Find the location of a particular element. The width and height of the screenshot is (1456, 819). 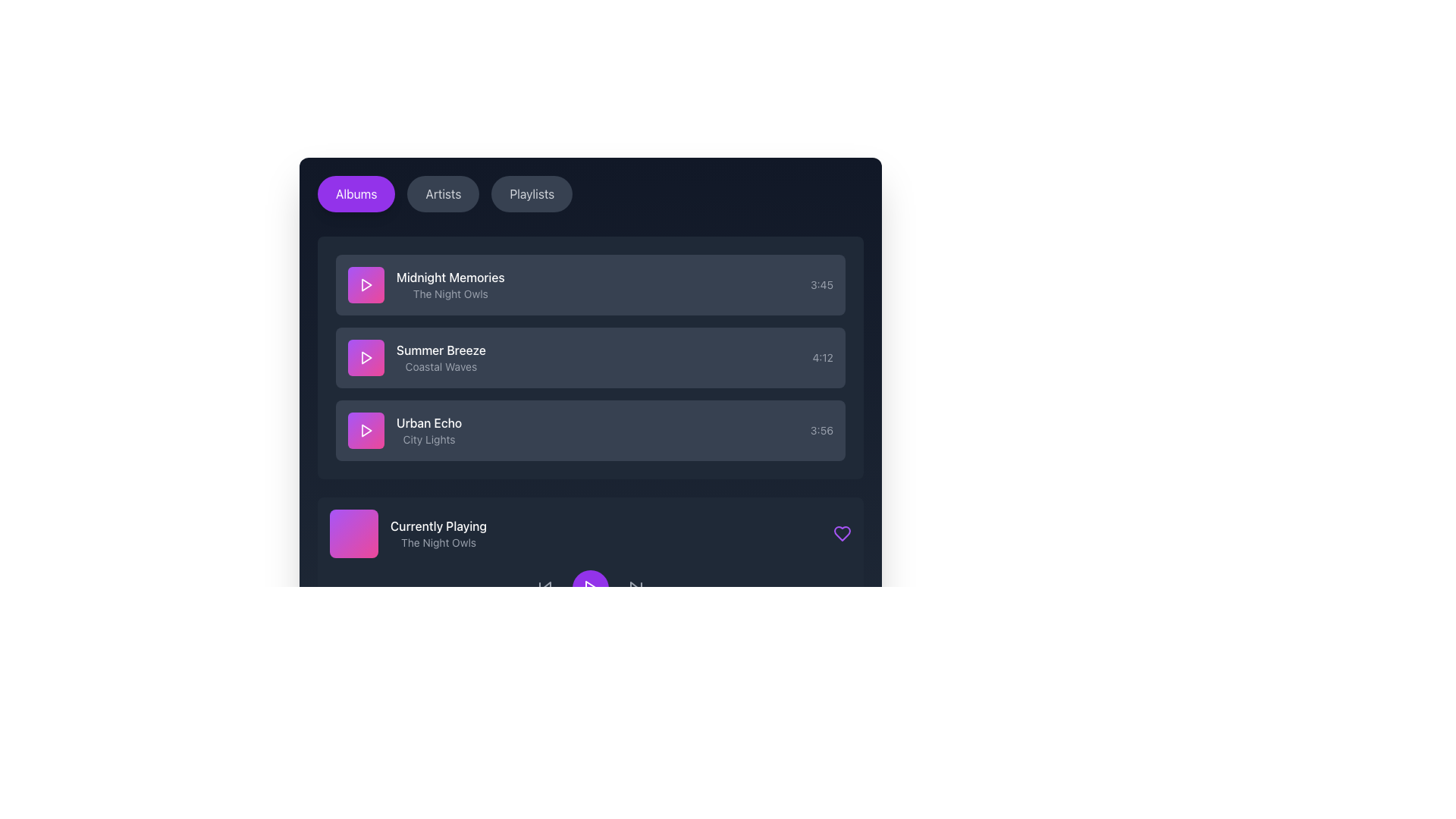

text display element that shows the track name 'Midnight Memories' and the artist 'The Night Owls', located in the first item of the music track list, to gather information is located at coordinates (450, 284).